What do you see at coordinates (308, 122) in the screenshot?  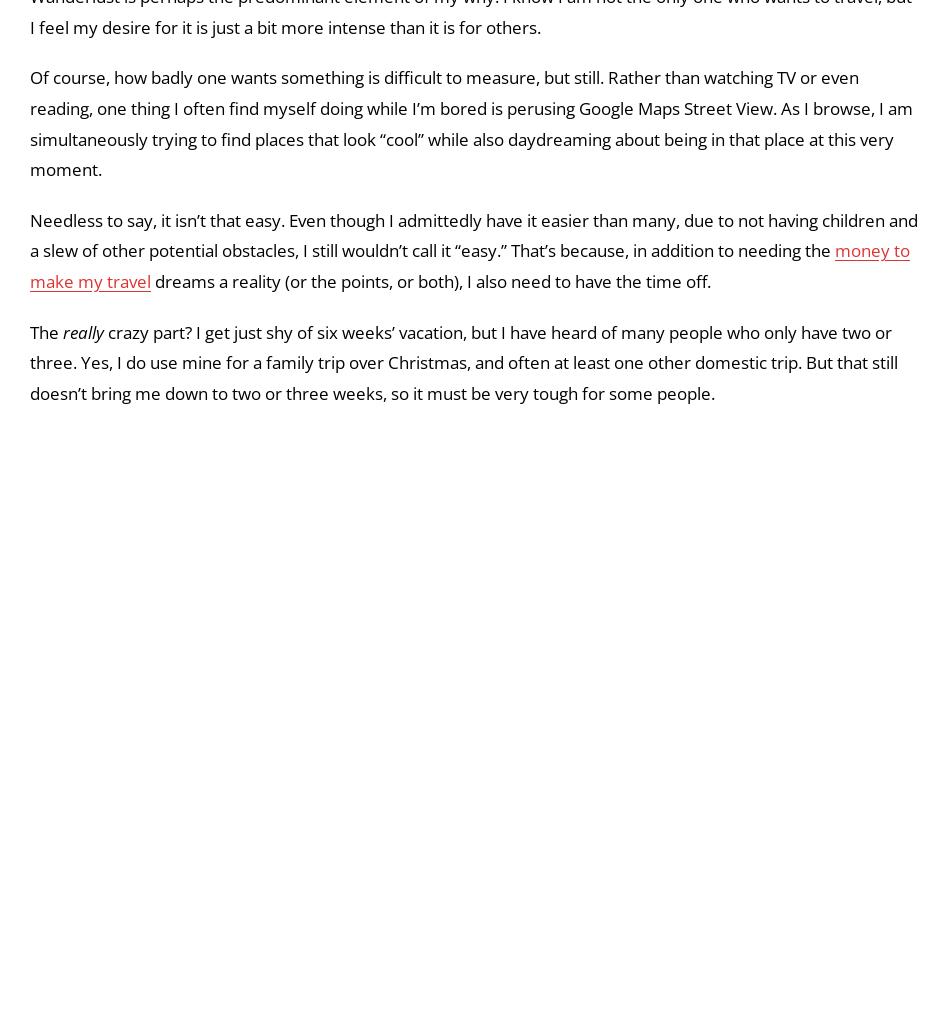 I see `'early retirement isn’t for everyone'` at bounding box center [308, 122].